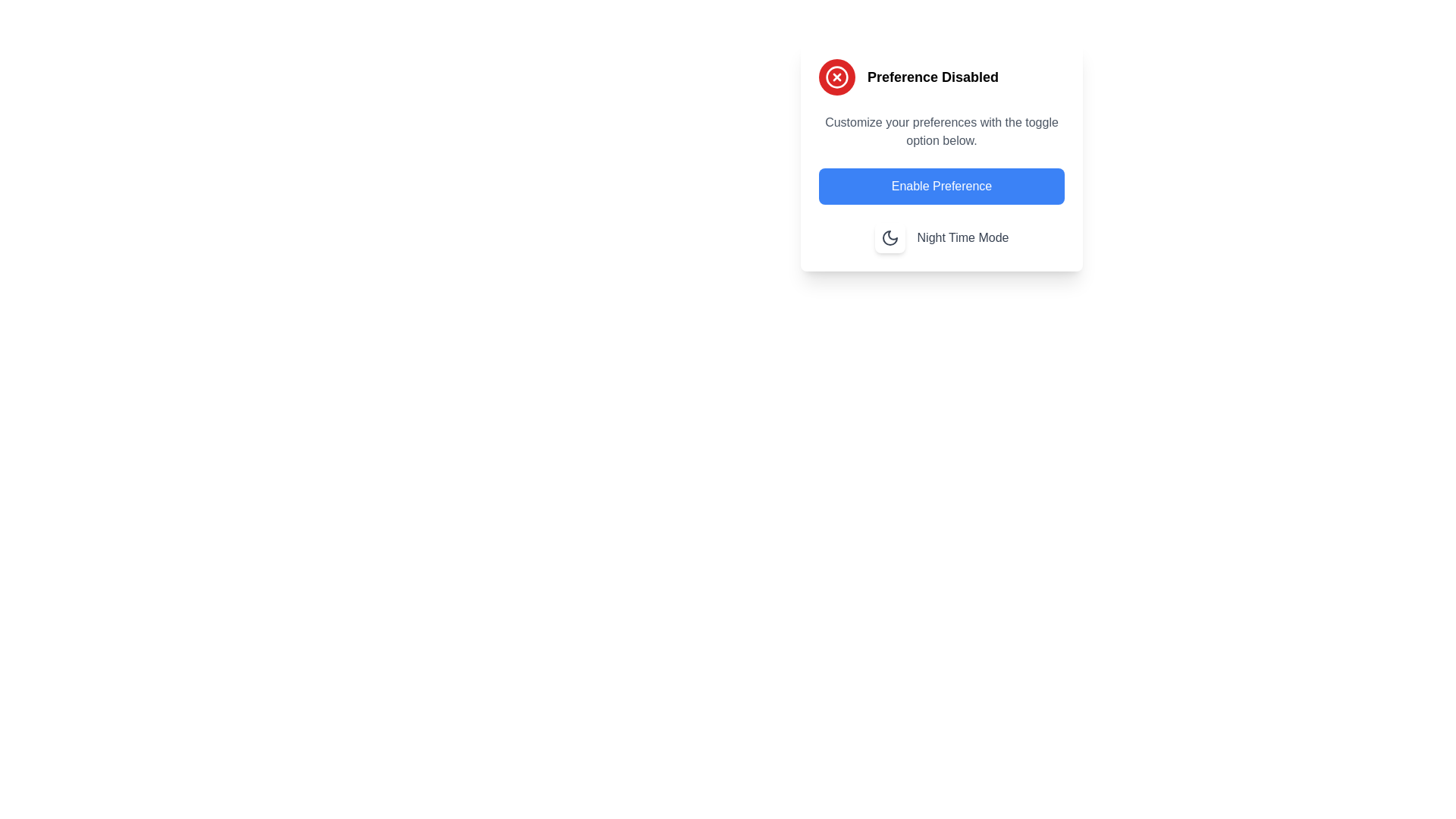 This screenshot has height=819, width=1456. I want to click on the button located at the center-bottom of the dialog box to observe its hover effect, which indicates it is designed to toggle a specific preference or feature, so click(941, 186).